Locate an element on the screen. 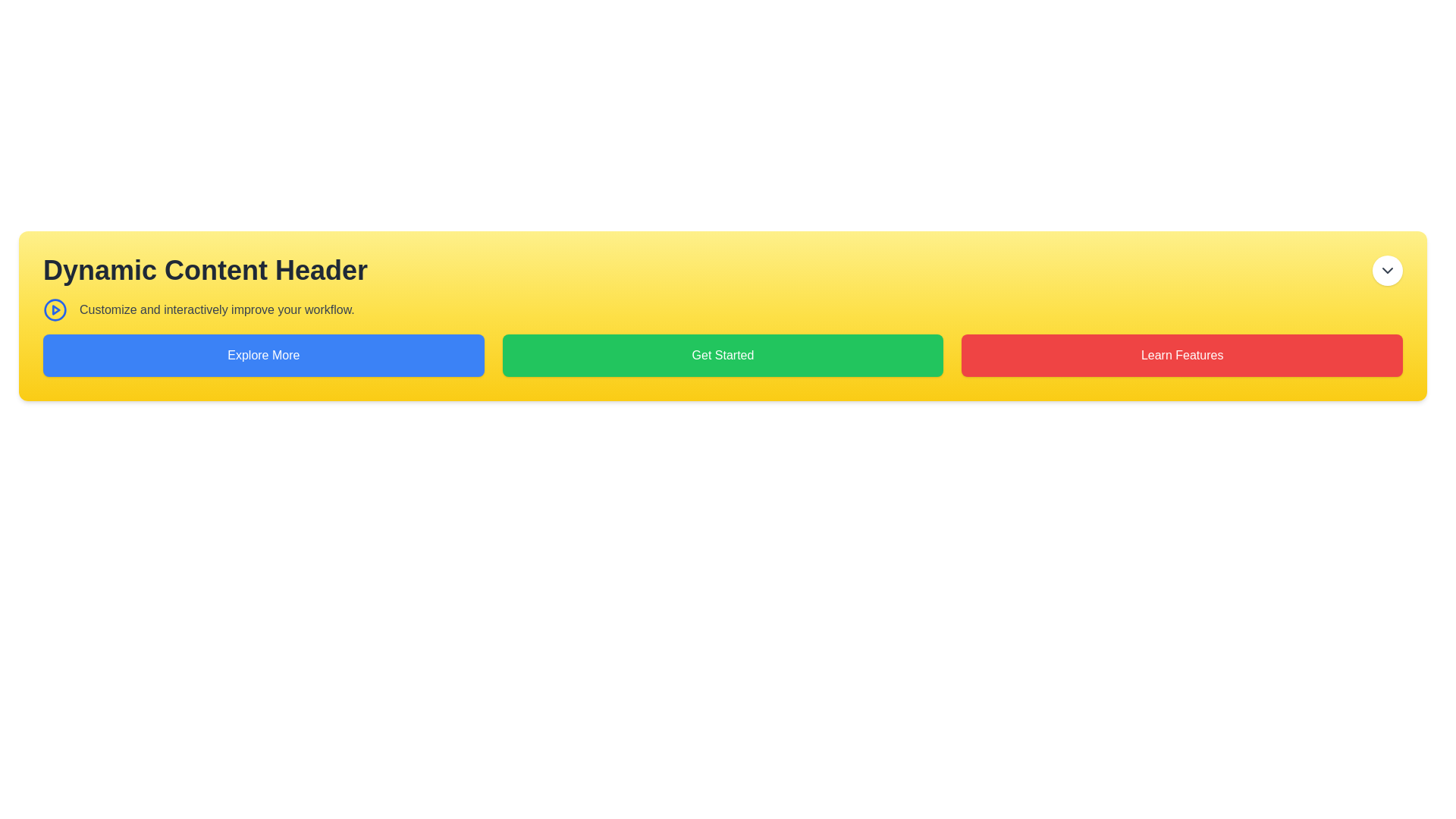  the chevron icon located at the top-right of the panel is located at coordinates (1387, 270).